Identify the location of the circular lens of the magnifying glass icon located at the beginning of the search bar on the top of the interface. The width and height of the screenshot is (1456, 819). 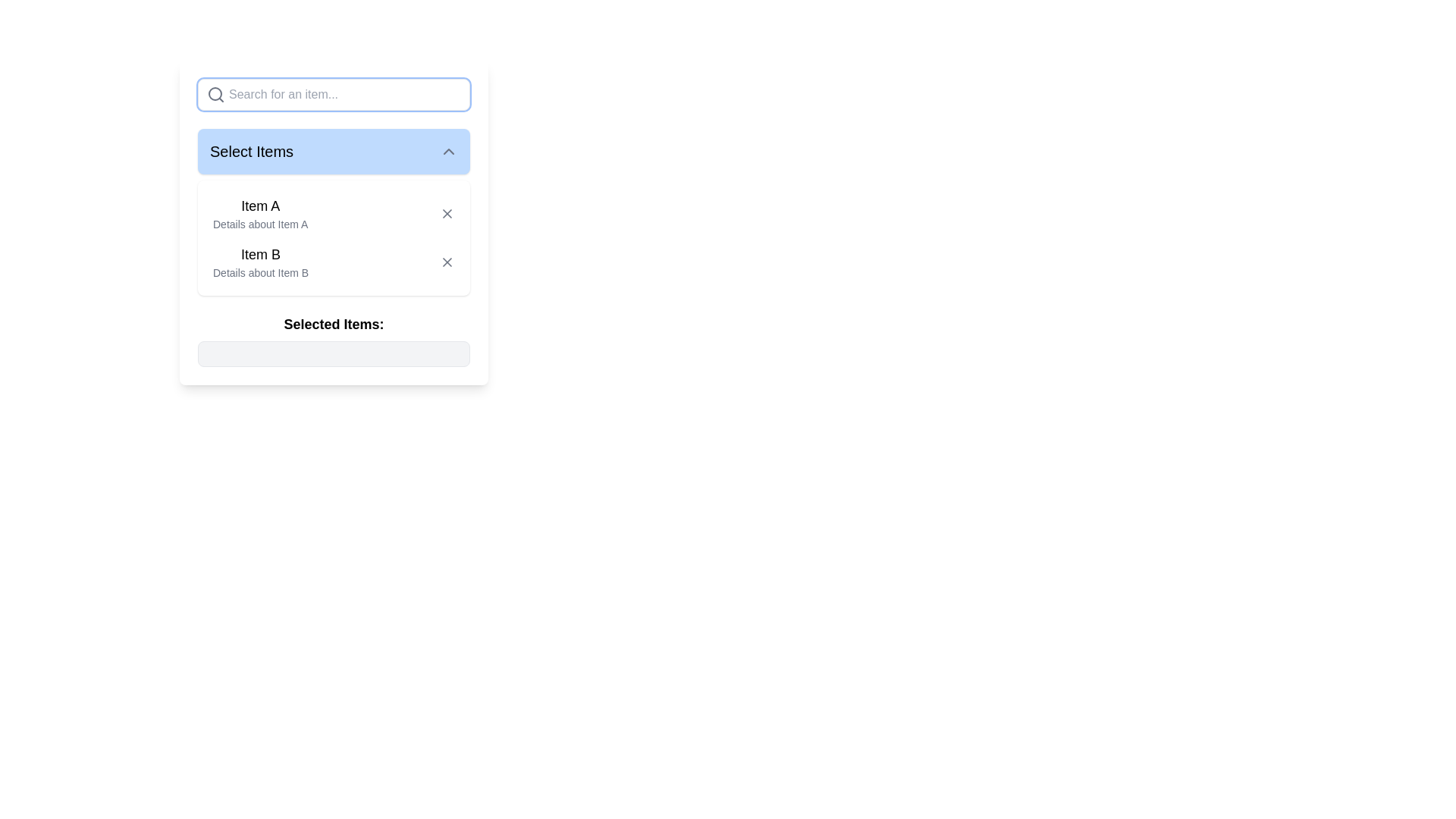
(214, 93).